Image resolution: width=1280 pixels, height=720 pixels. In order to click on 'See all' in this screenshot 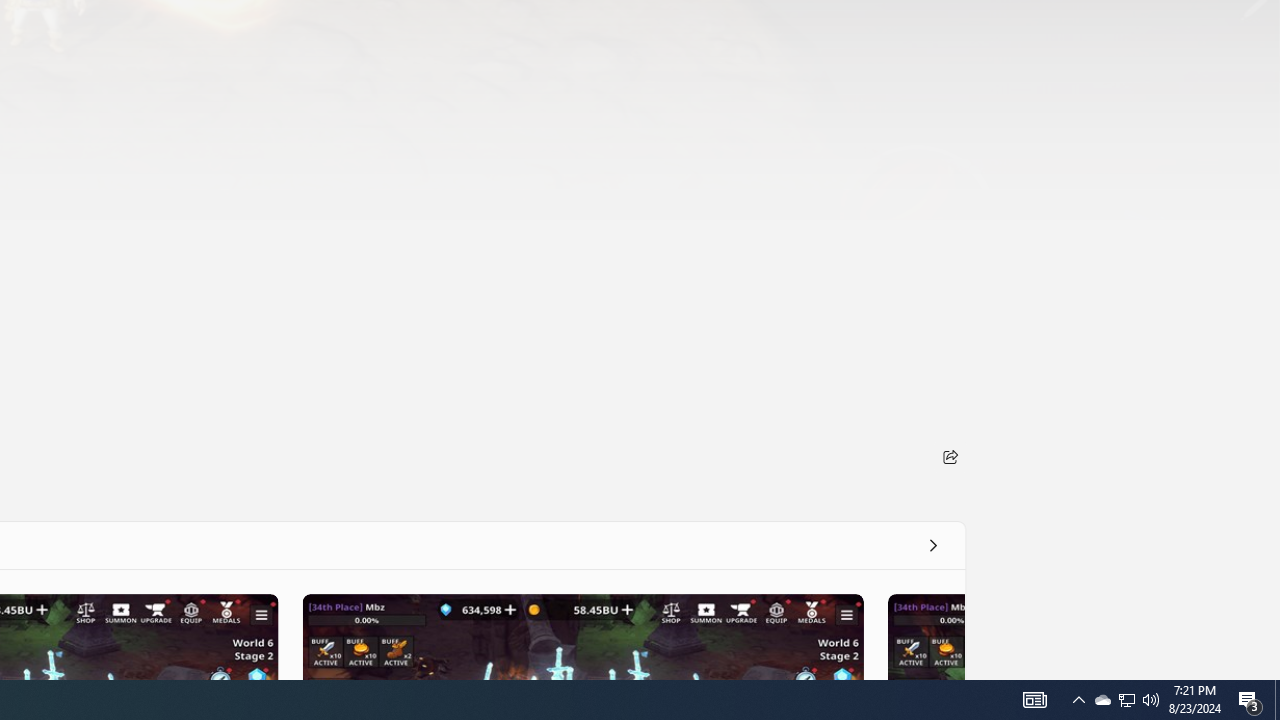, I will do `click(931, 545)`.